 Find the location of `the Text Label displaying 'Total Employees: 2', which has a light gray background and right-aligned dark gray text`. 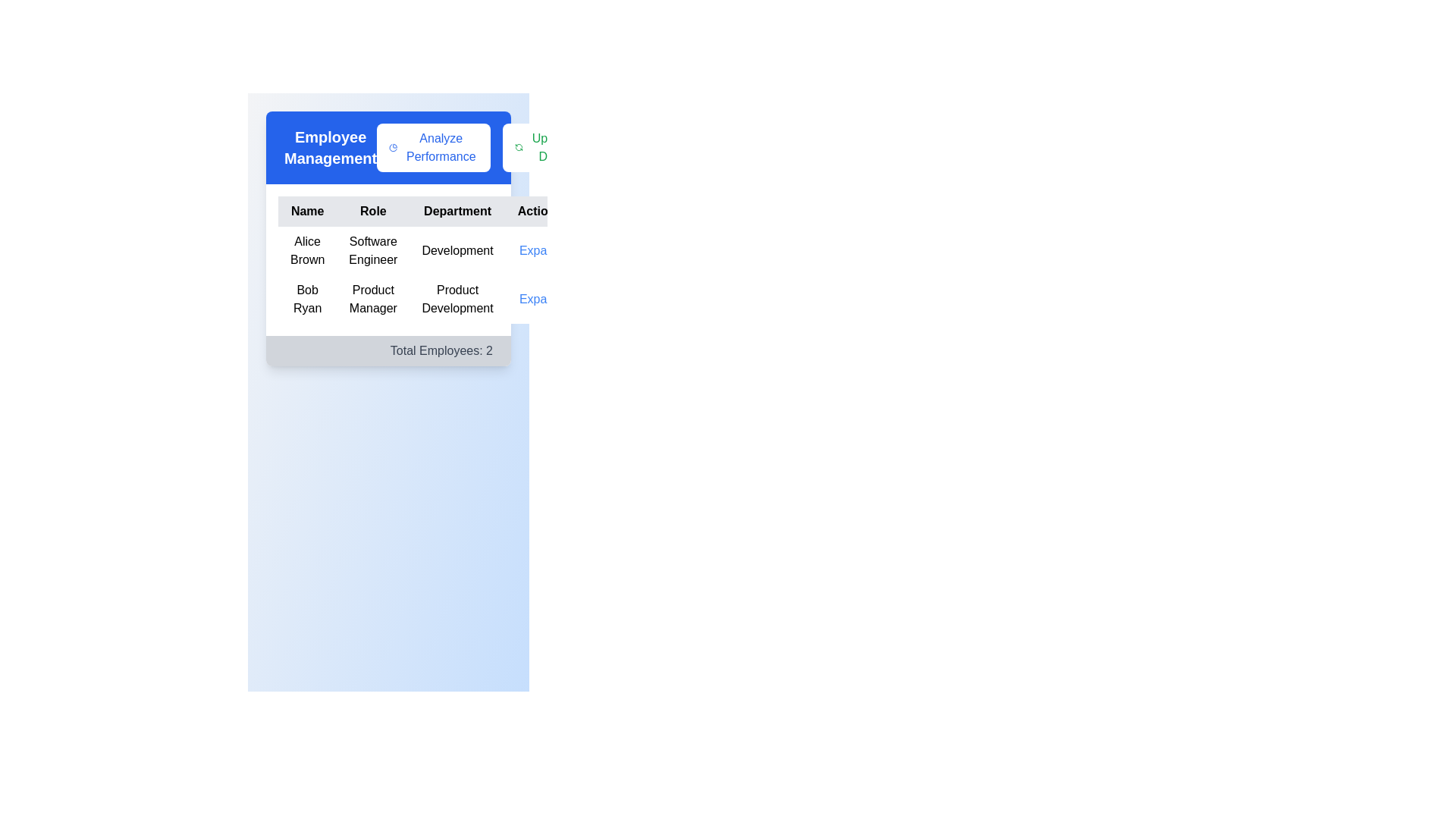

the Text Label displaying 'Total Employees: 2', which has a light gray background and right-aligned dark gray text is located at coordinates (388, 350).